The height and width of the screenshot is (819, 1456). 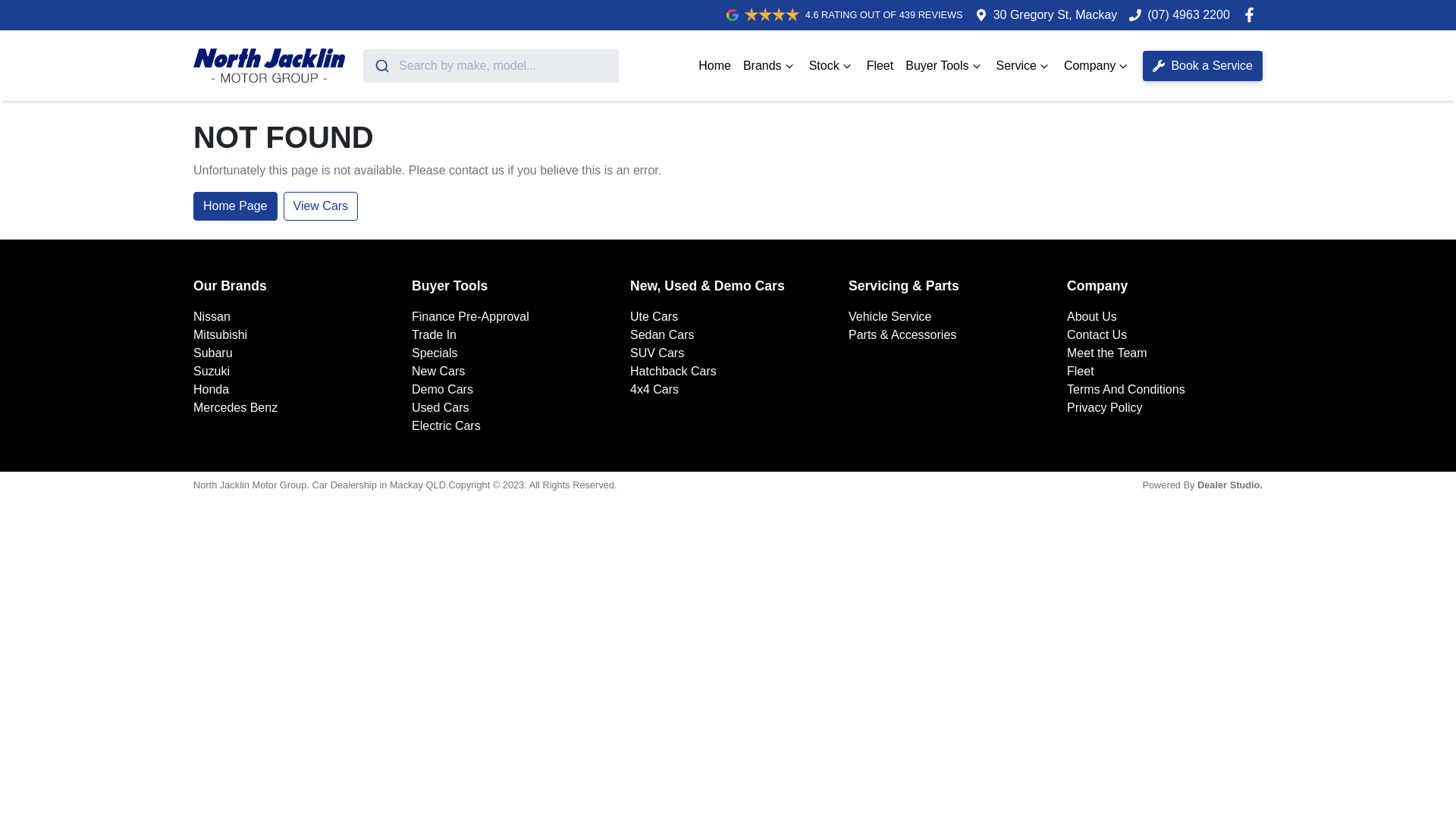 What do you see at coordinates (770, 64) in the screenshot?
I see `'Brands'` at bounding box center [770, 64].